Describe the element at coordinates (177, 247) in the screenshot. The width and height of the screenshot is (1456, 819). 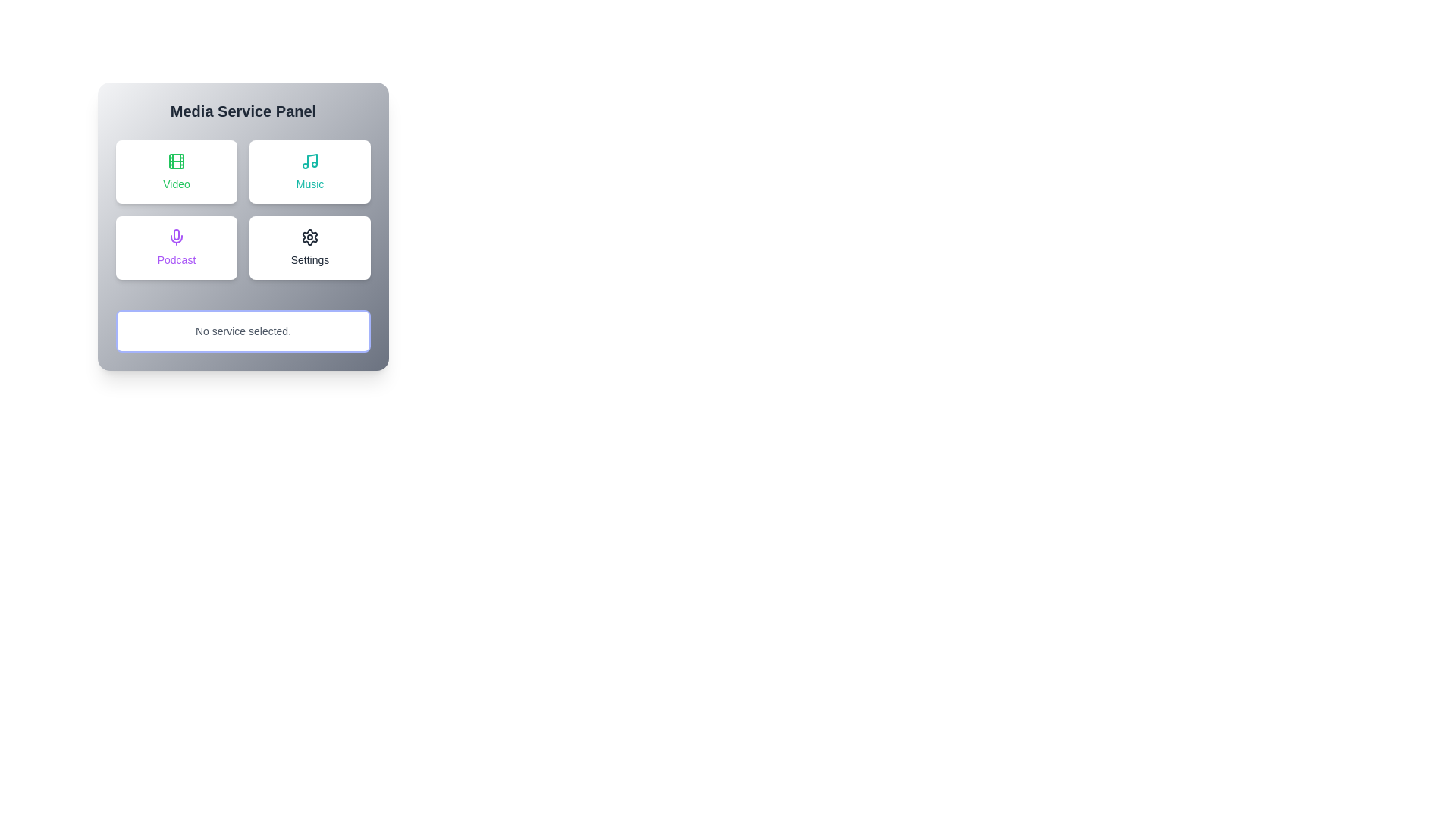
I see `the 'Podcast' button` at that location.